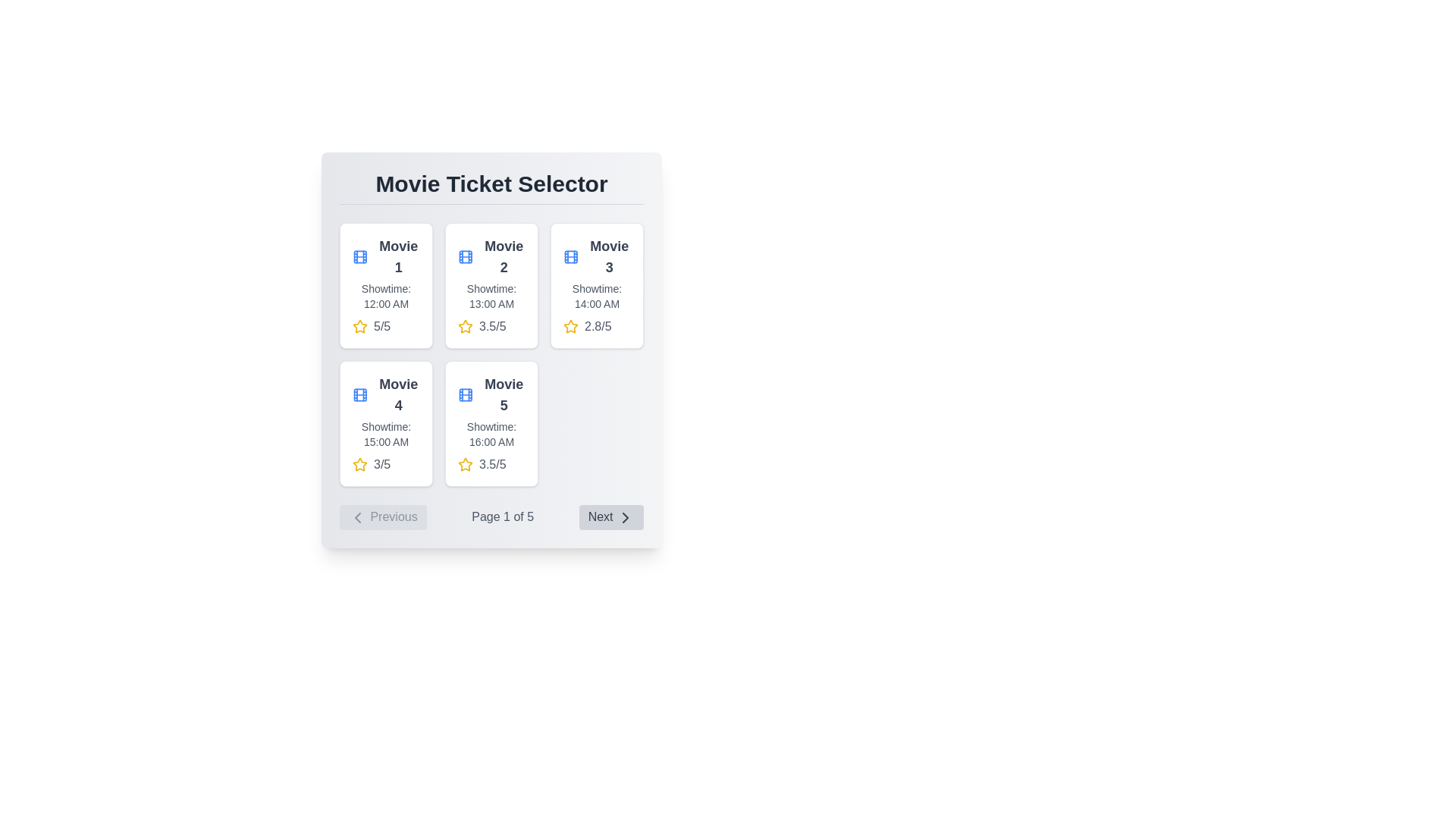 The width and height of the screenshot is (1456, 819). I want to click on the light blue rounded rectangle icon, which is the primary visual feature of the film reel icon located at the top-left corner of the 'Movie 1' card in the 'Movie Ticket Selector' panel, so click(465, 256).